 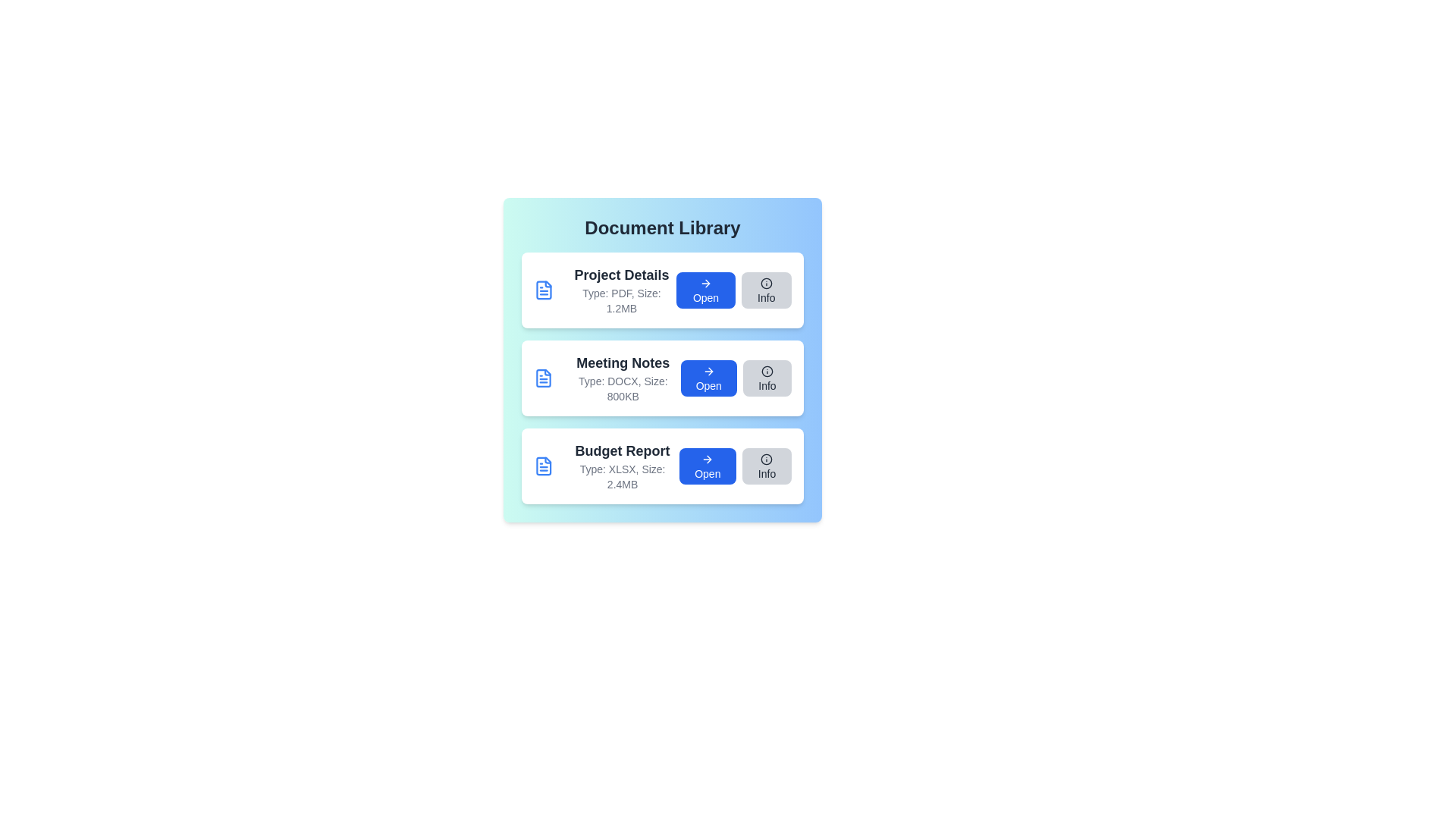 What do you see at coordinates (706, 465) in the screenshot?
I see `the 'Open' button for the document named Budget Report` at bounding box center [706, 465].